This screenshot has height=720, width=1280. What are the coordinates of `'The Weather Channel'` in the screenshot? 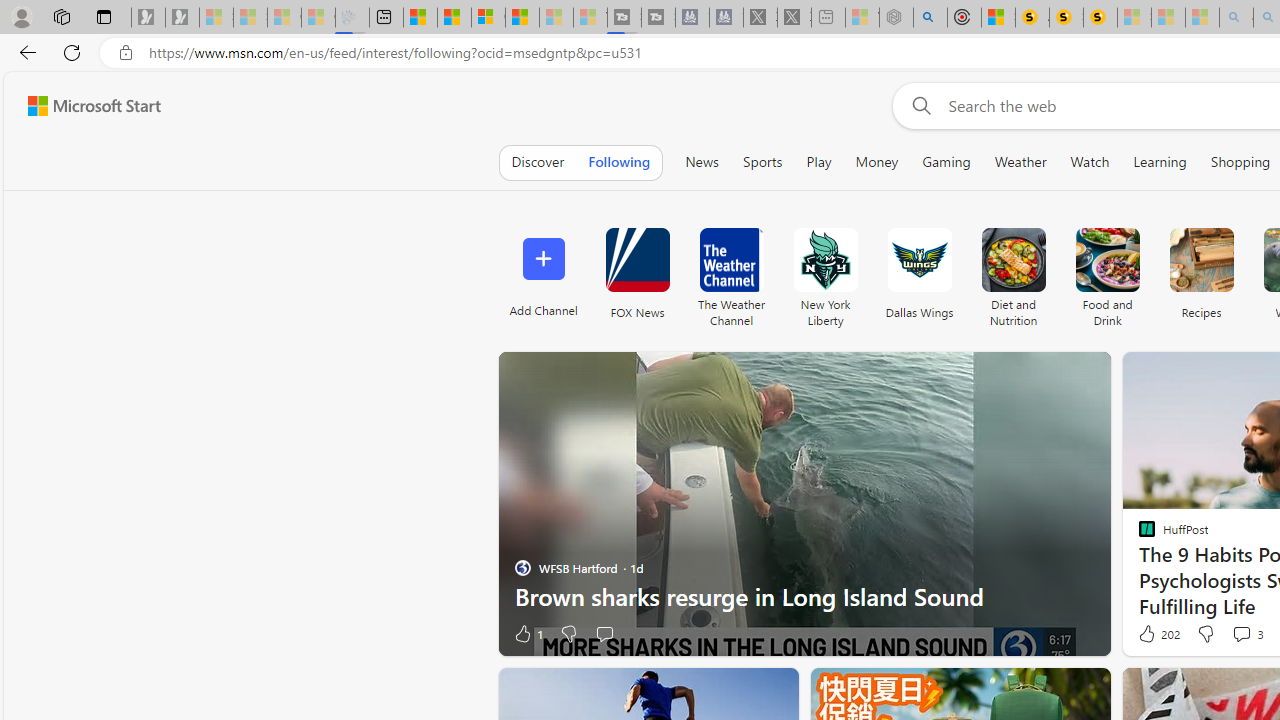 It's located at (730, 259).